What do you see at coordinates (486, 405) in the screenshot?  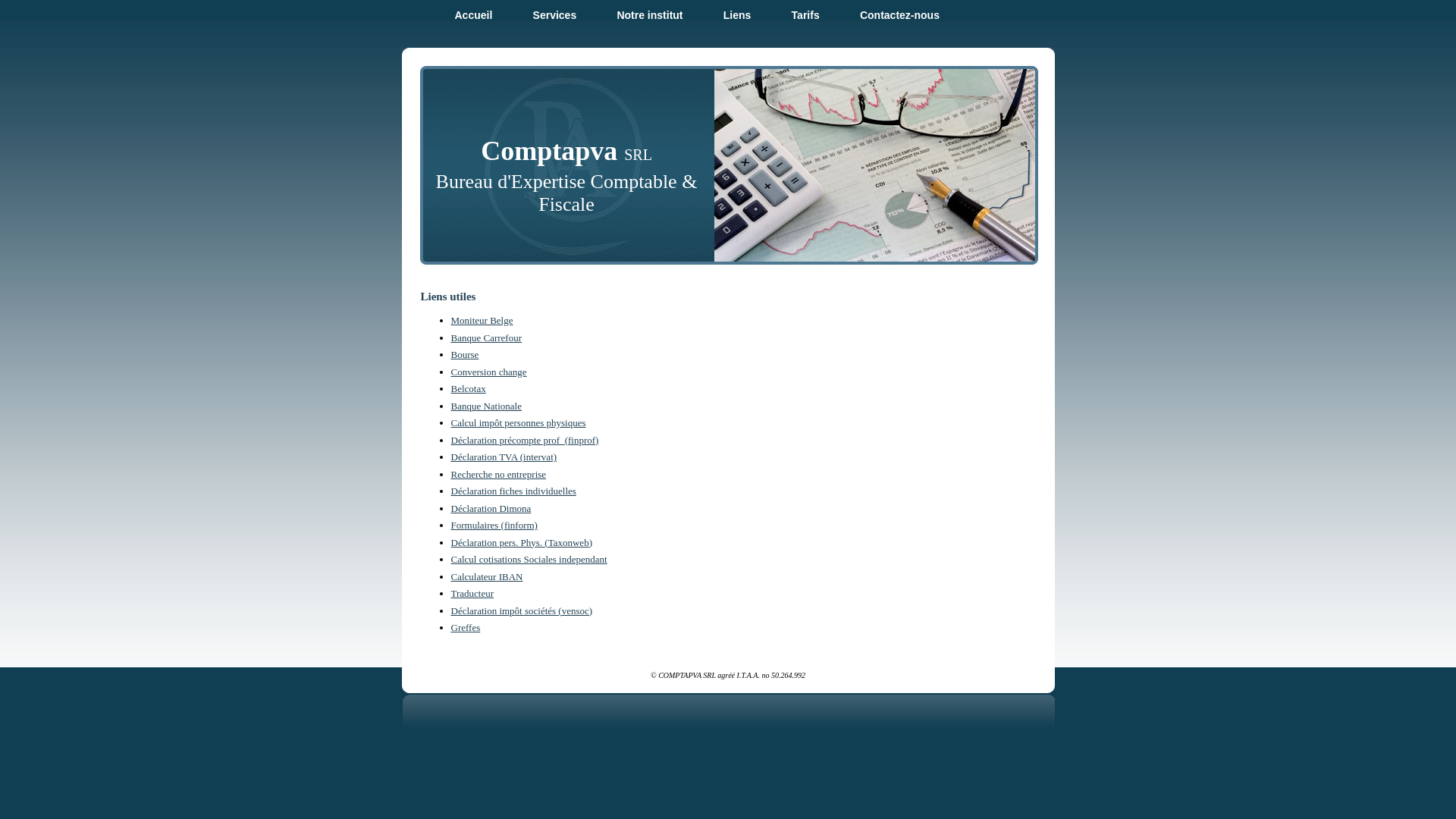 I see `'Banque Nationale'` at bounding box center [486, 405].